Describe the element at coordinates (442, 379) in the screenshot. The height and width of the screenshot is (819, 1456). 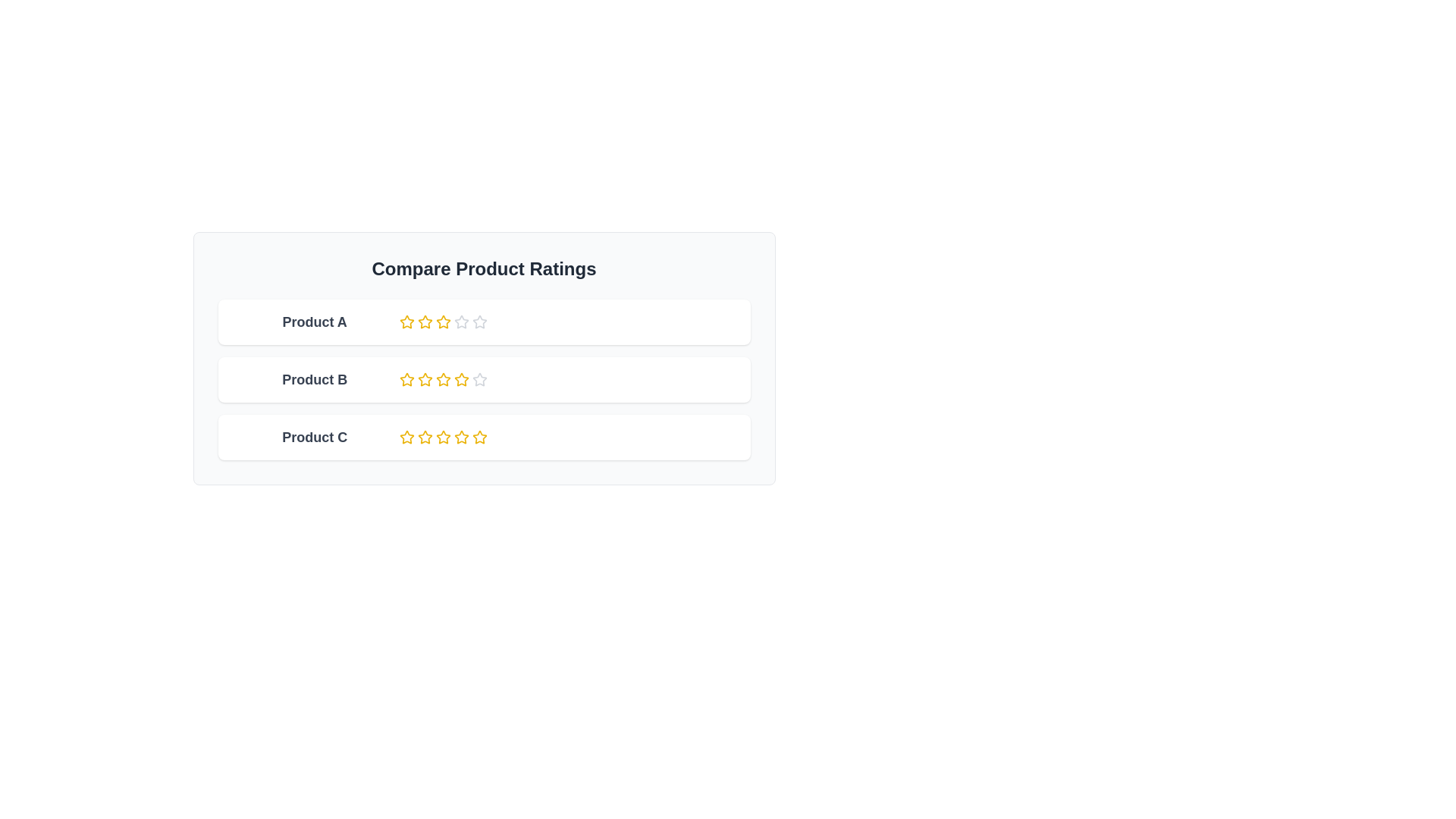
I see `the fifth star icon in the second row of the product rating comparison table for 'Product B'` at that location.